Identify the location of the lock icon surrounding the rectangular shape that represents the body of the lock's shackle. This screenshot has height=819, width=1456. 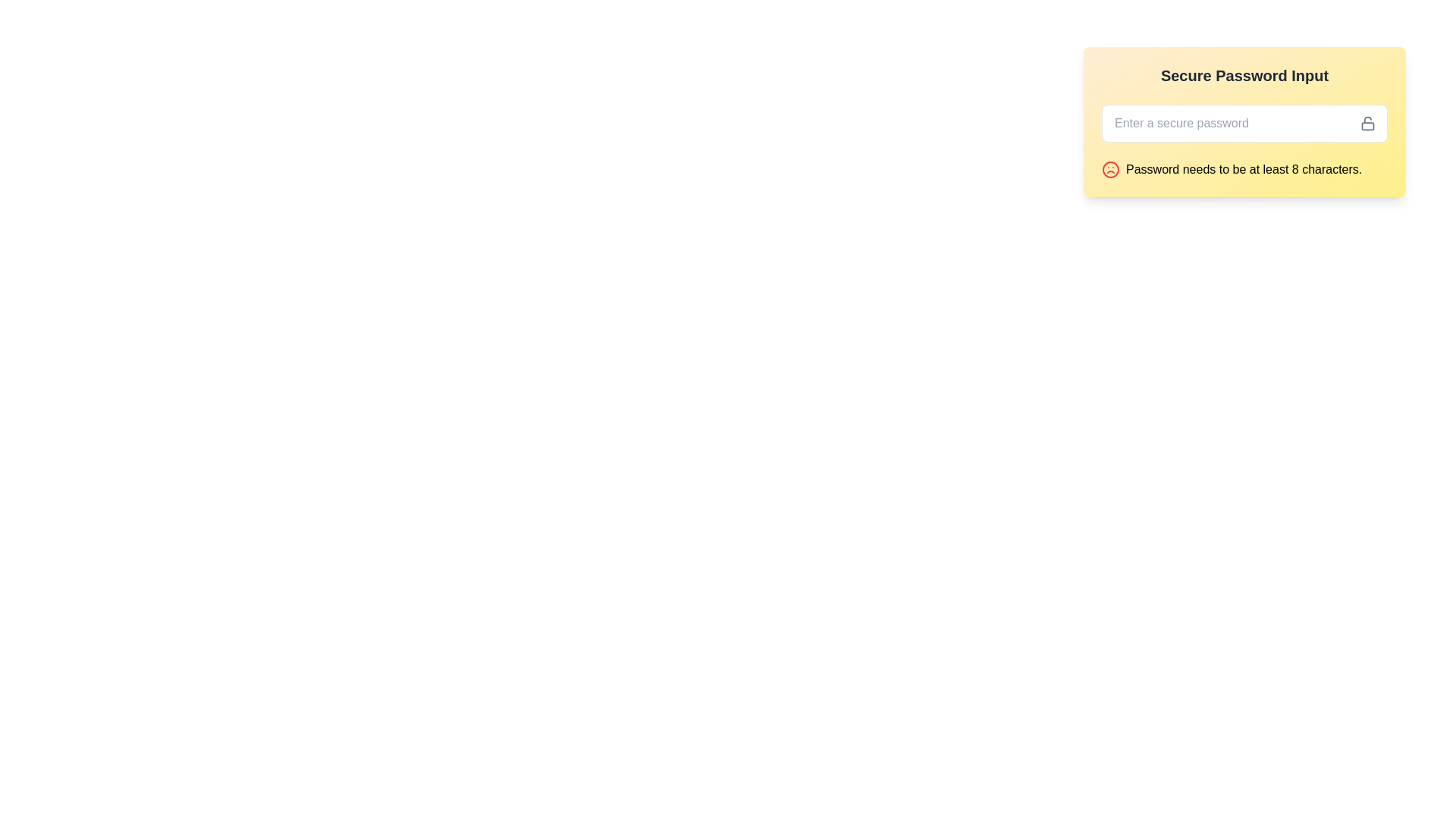
(1368, 124).